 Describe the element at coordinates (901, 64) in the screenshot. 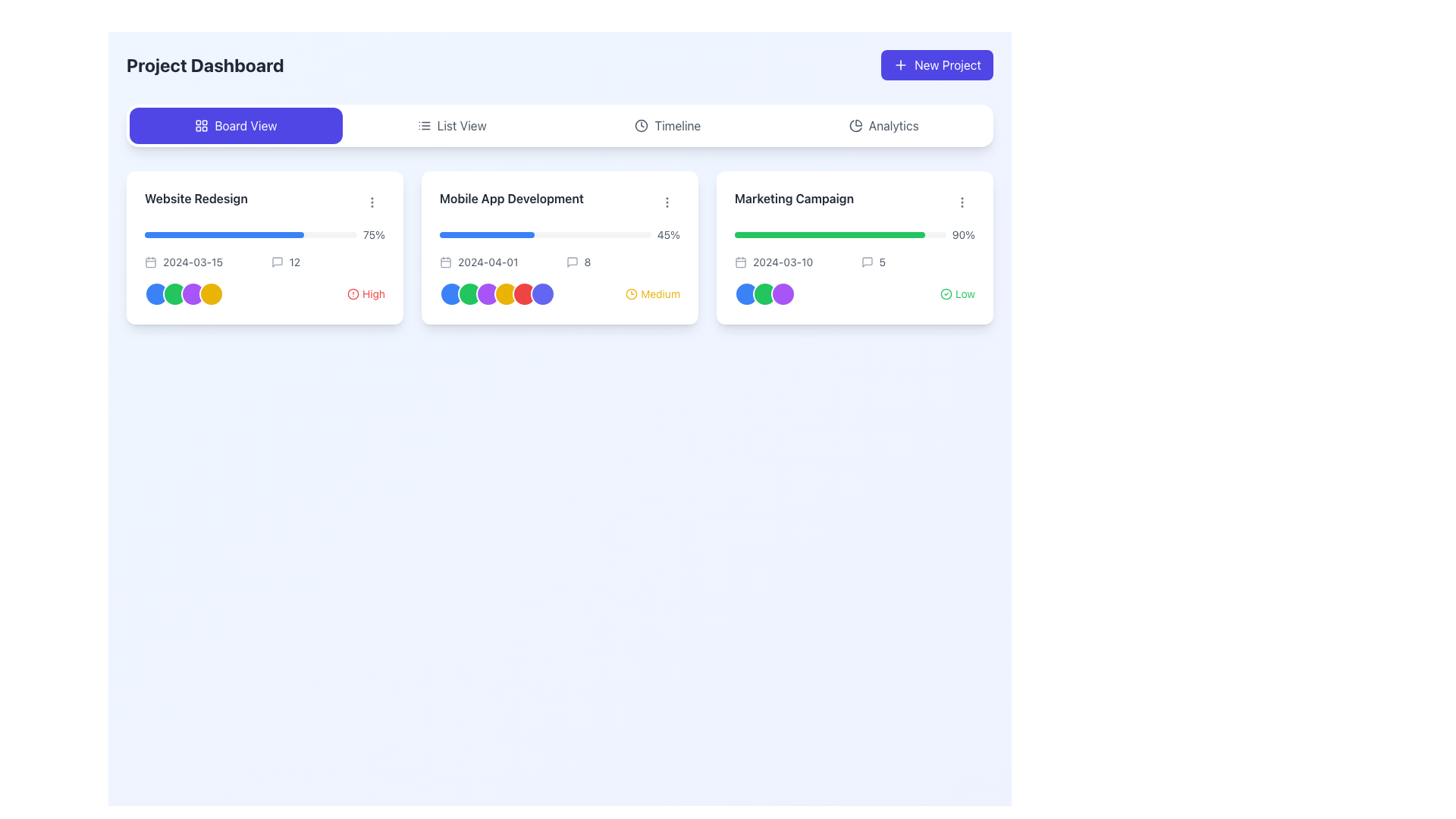

I see `the plus icon inside the 'New Project' button located at the top-right corner of the interface to initiate a new project` at that location.